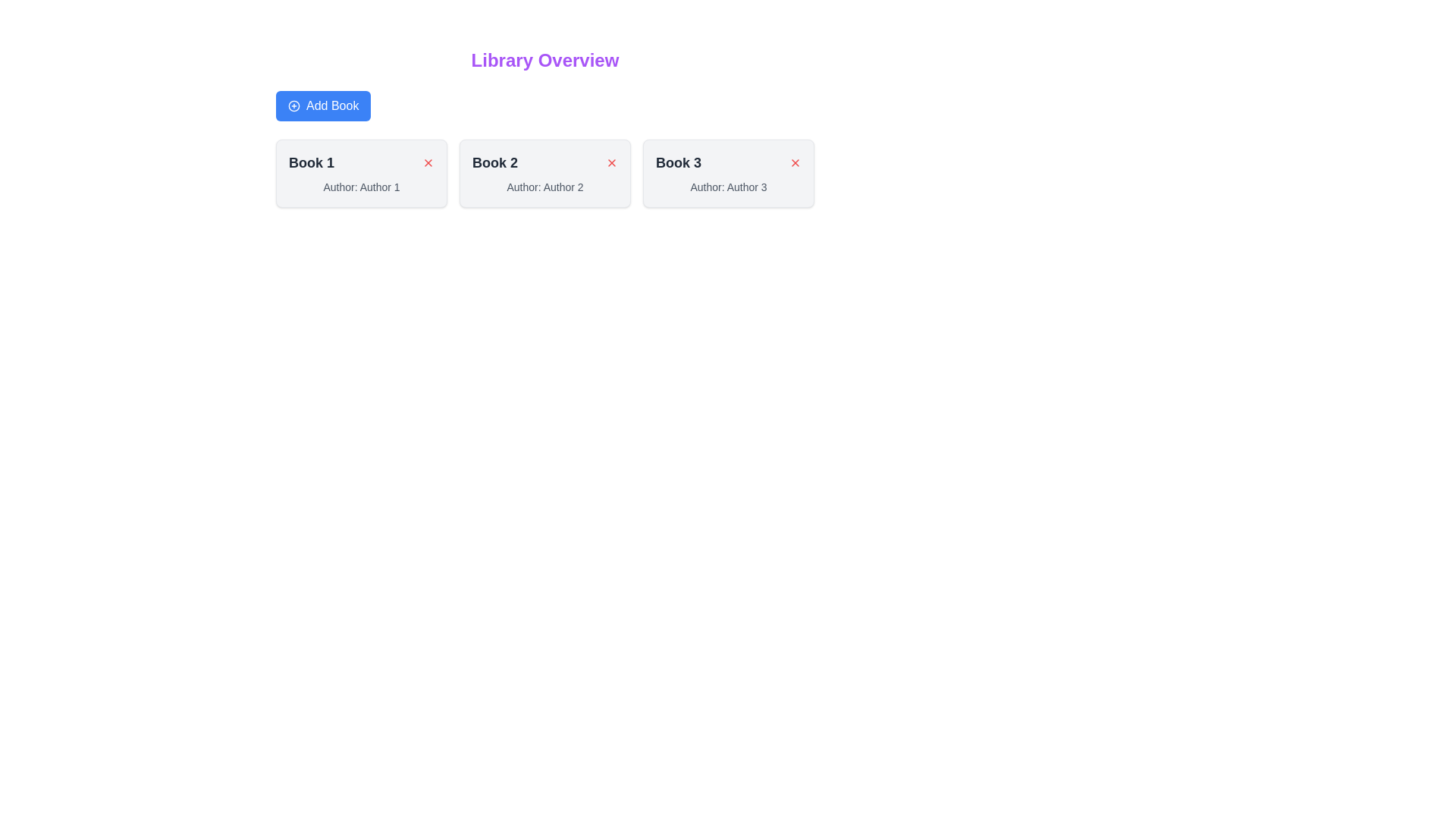 This screenshot has height=819, width=1456. I want to click on the icon within the 'Add Book' button, which indicates the ability to add a new book and is located in the blue rectangular area near the top-left corner of the interface, so click(294, 105).